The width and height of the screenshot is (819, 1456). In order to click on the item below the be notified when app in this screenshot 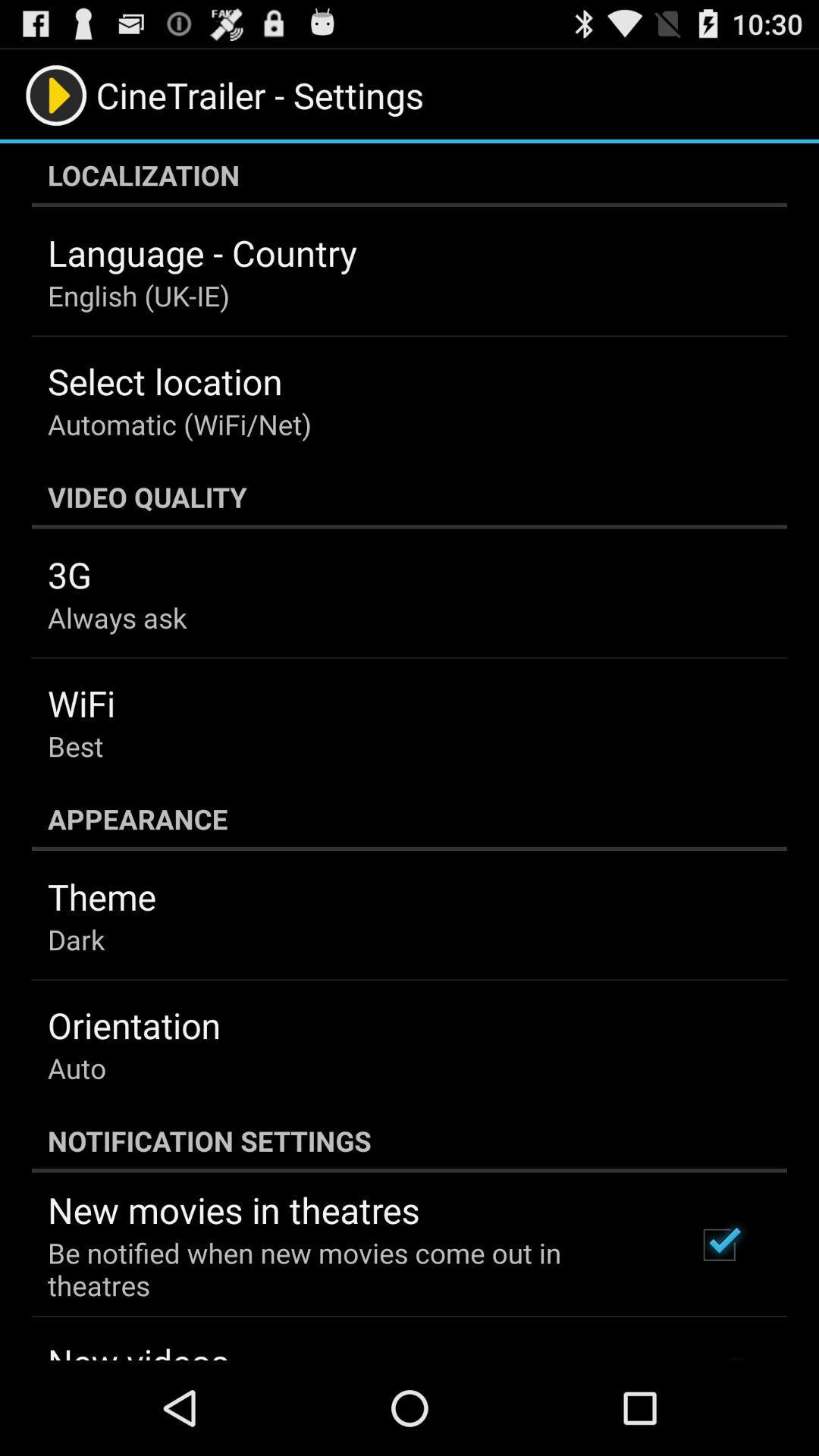, I will do `click(138, 1349)`.